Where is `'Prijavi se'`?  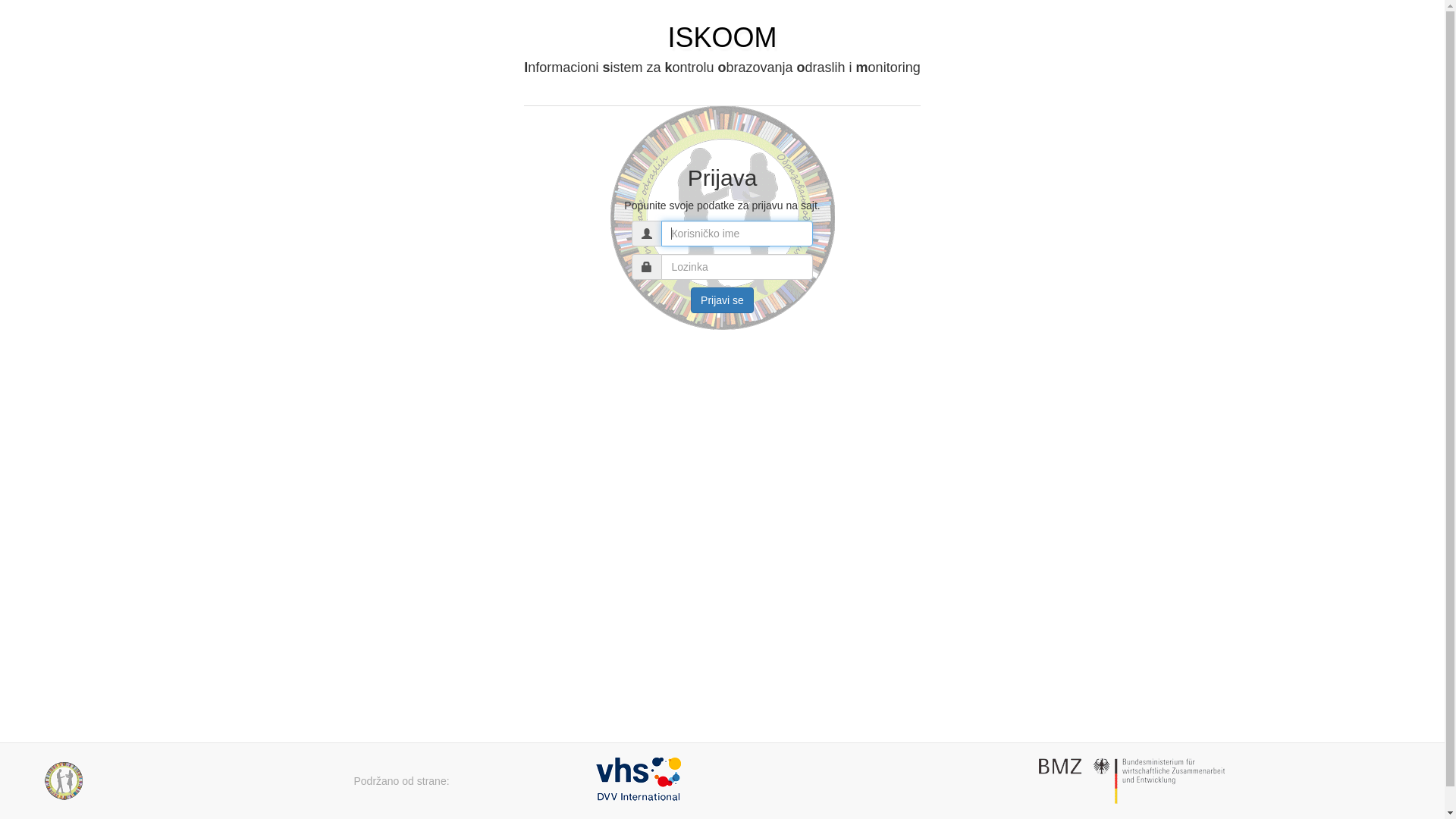 'Prijavi se' is located at coordinates (721, 300).